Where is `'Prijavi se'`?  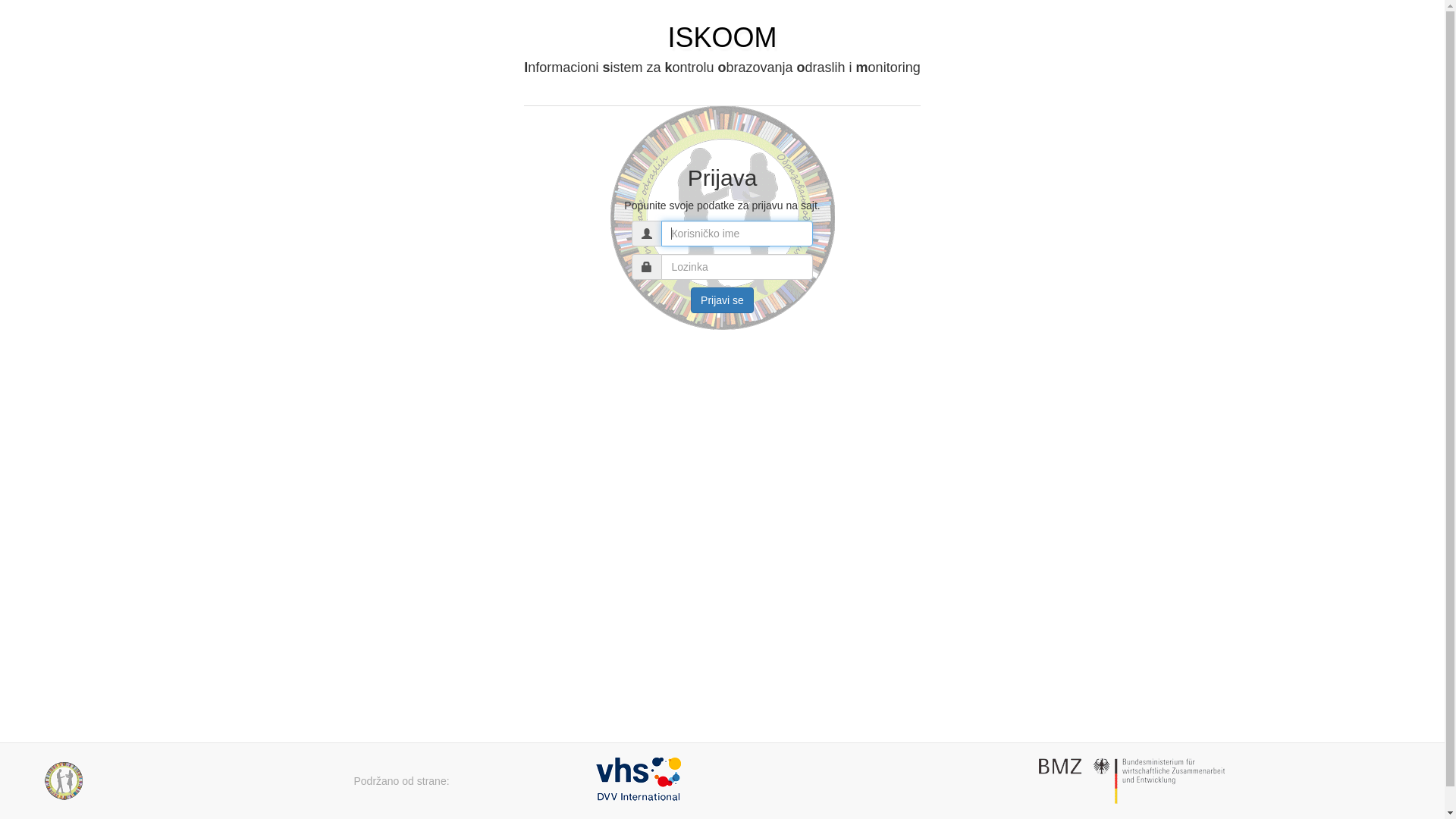 'Prijavi se' is located at coordinates (721, 300).